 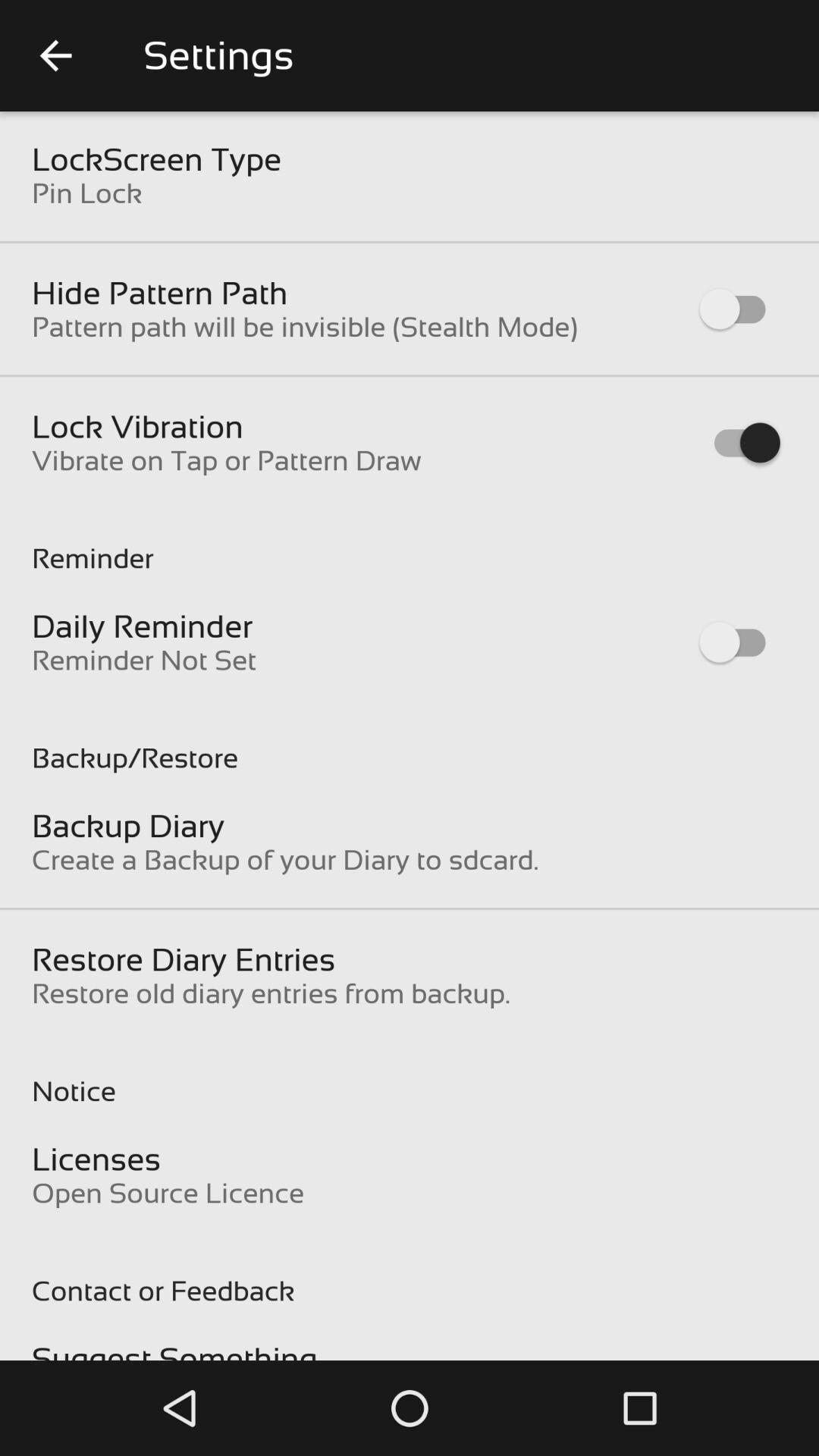 I want to click on the icon above the hide pattern path, so click(x=86, y=192).